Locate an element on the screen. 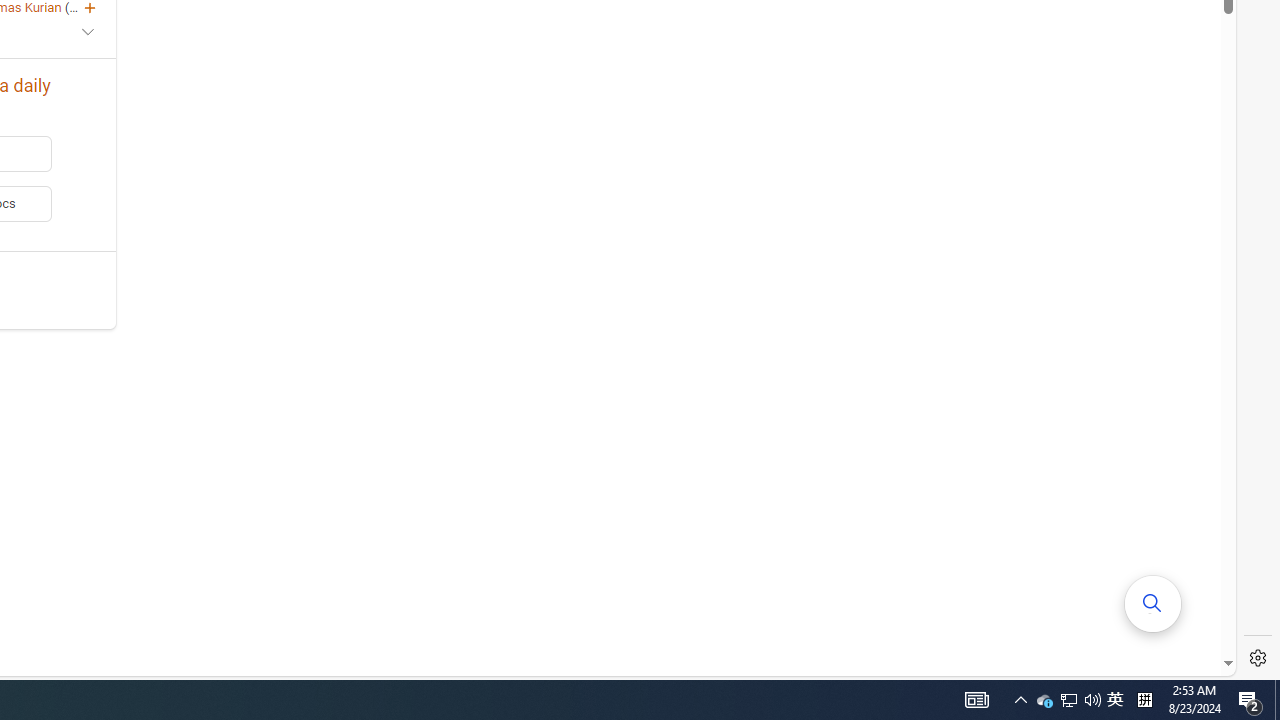  'Settings' is located at coordinates (1257, 658).